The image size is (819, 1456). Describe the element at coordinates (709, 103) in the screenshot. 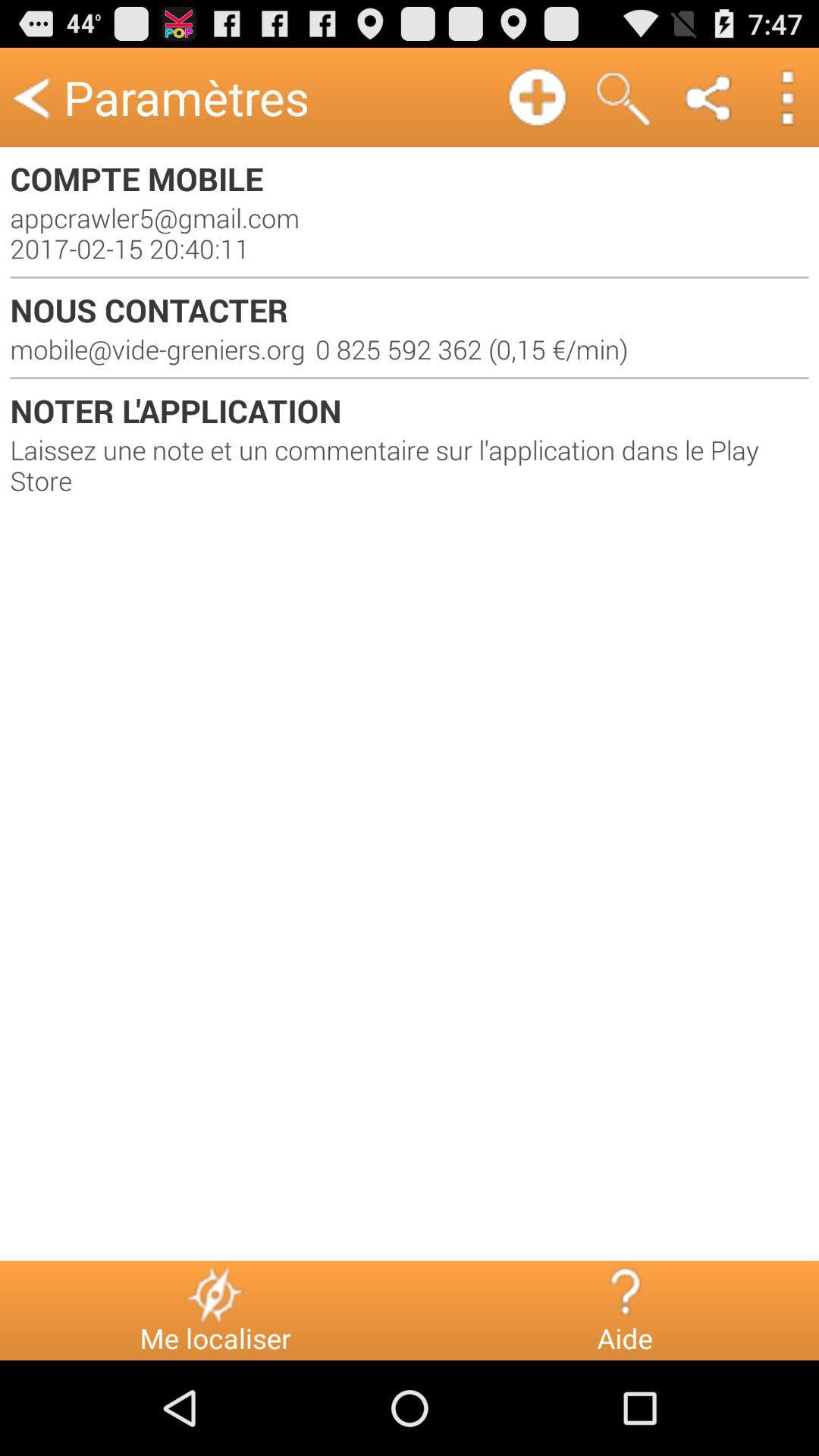

I see `the share icon` at that location.